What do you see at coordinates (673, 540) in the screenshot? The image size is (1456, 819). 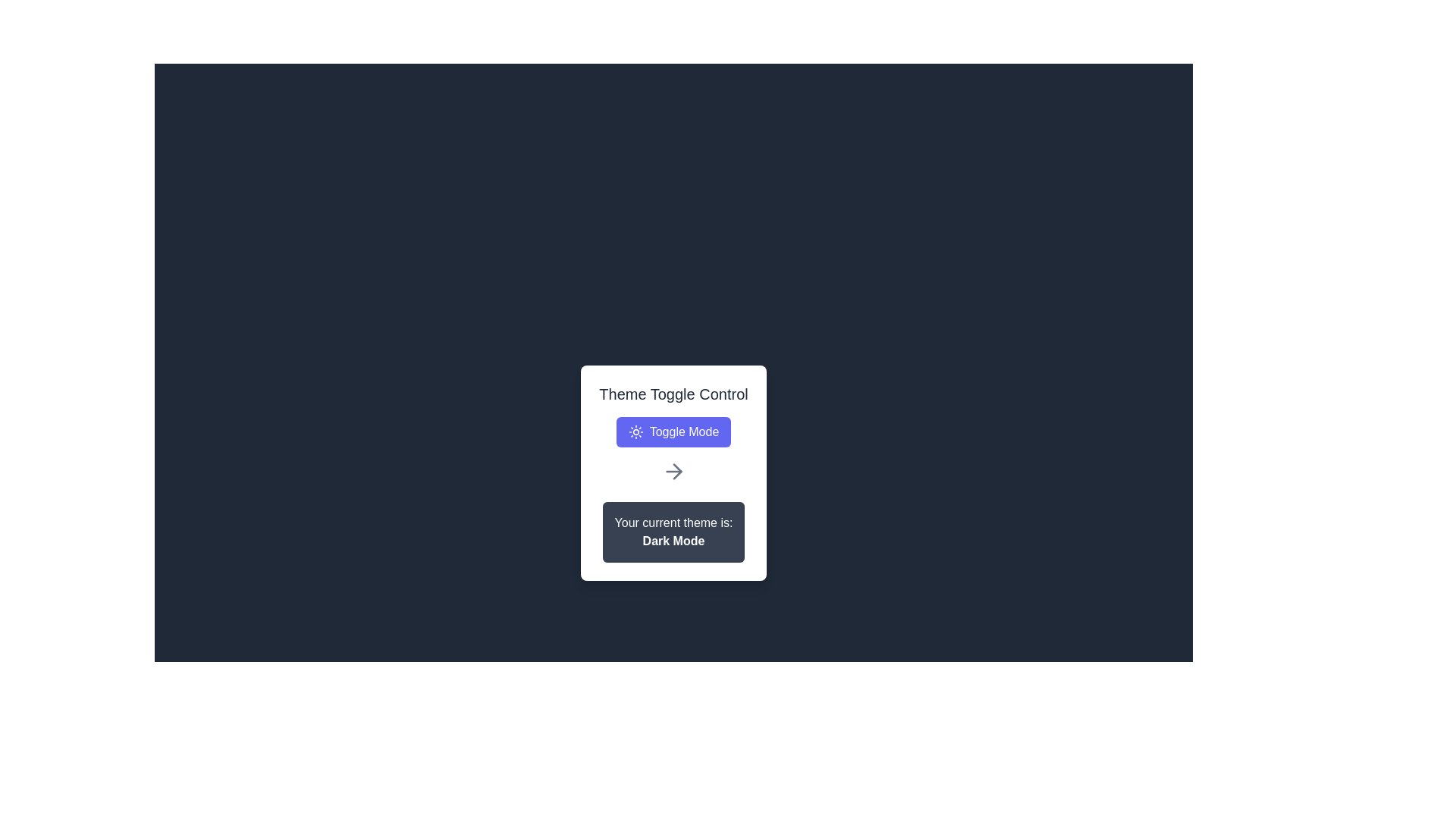 I see `the 'Dark Mode' text, which is styled with white font on a dark-gray background, positioned centrally below the text 'Your current theme is:'` at bounding box center [673, 540].